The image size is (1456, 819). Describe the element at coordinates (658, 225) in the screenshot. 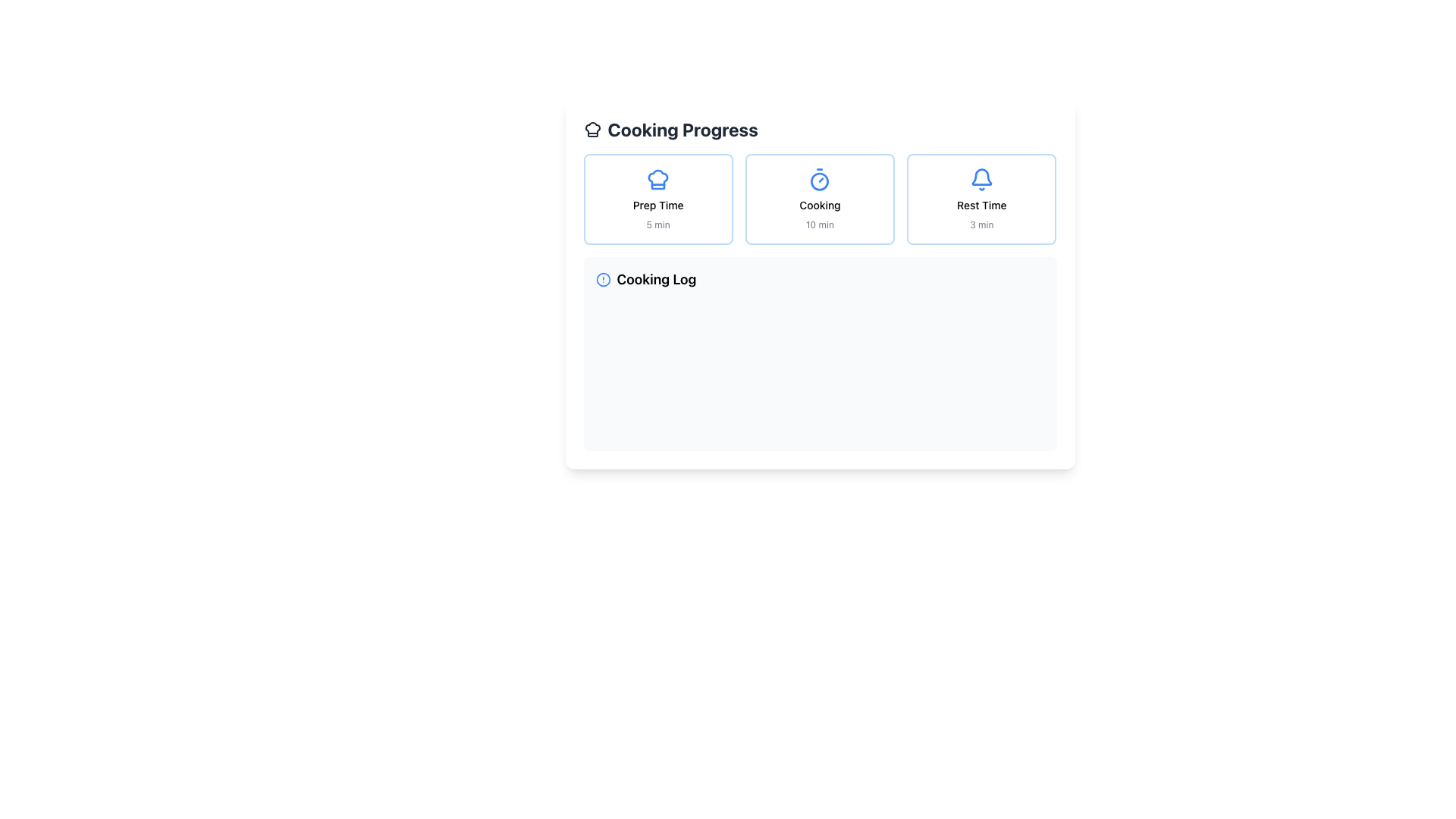

I see `the text label displaying '5 min' in a small, gray font located within the 'Prep Time' card of the 'Cooking Progress' section, positioned below the 'Prep Time' label and the chef hat icon` at that location.